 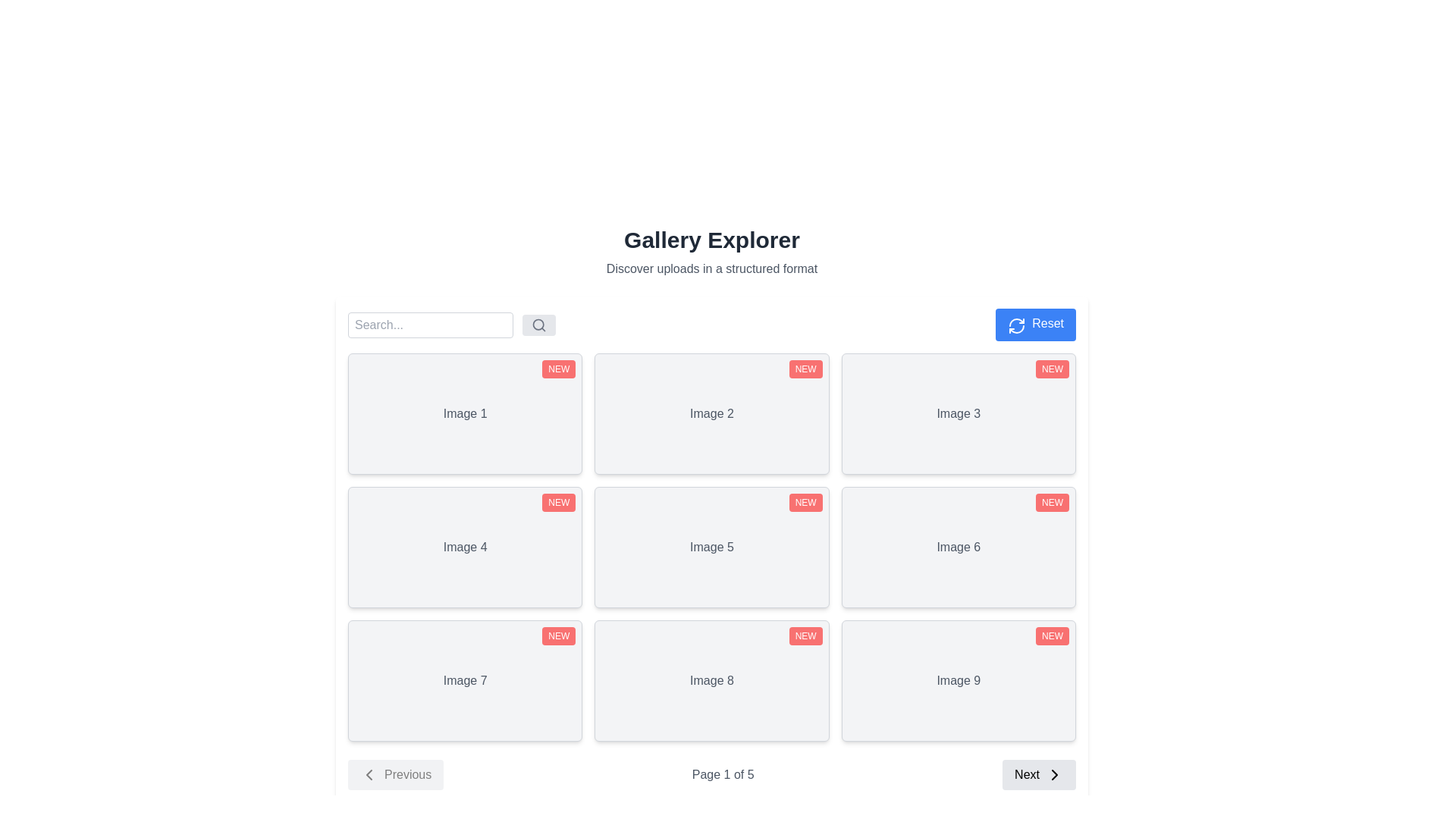 I want to click on the center image placeholder labeled 'Image 5' in the grid, so click(x=711, y=547).